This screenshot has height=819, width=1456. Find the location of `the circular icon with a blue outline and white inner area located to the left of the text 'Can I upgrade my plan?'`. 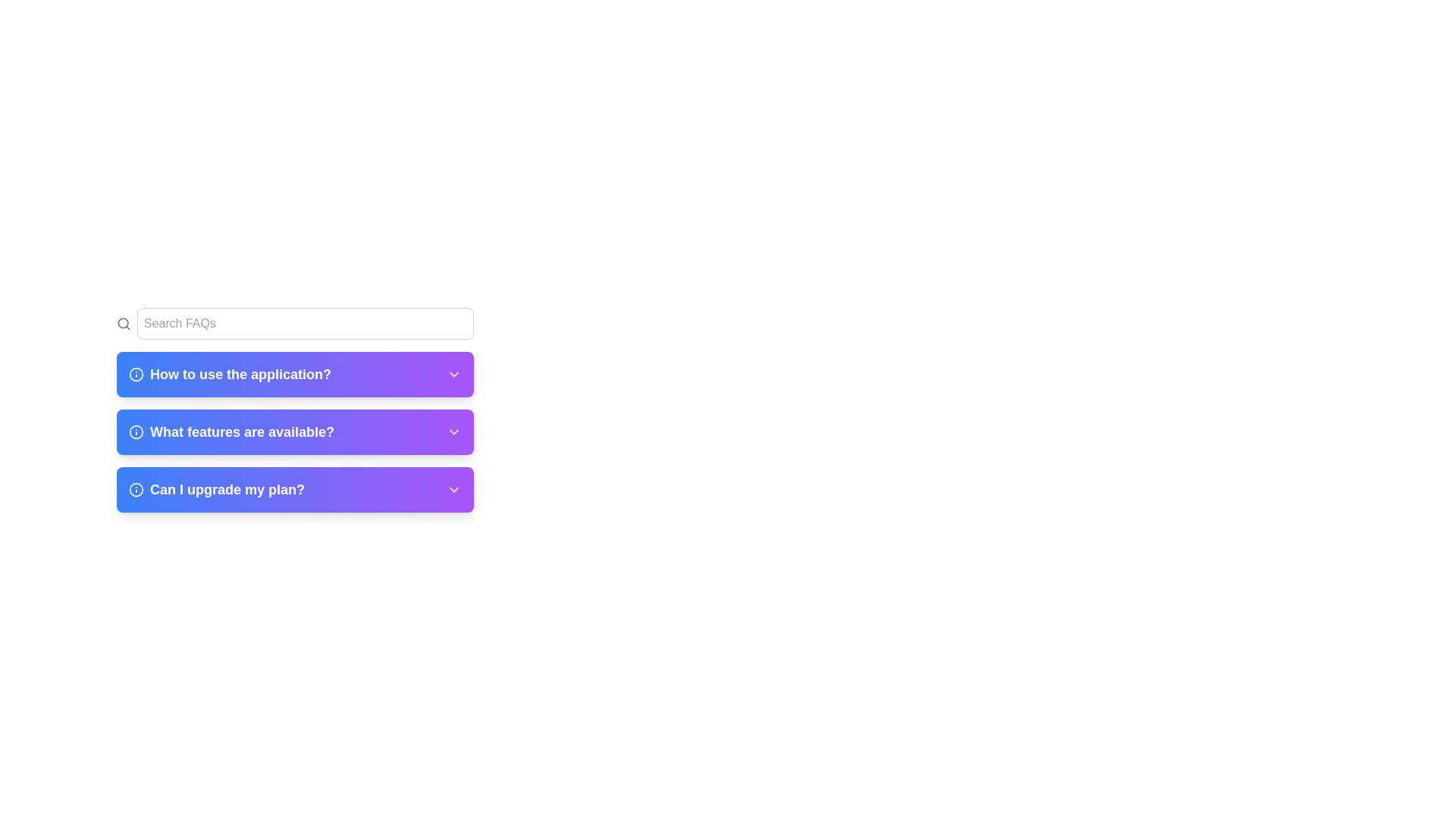

the circular icon with a blue outline and white inner area located to the left of the text 'Can I upgrade my plan?' is located at coordinates (136, 489).